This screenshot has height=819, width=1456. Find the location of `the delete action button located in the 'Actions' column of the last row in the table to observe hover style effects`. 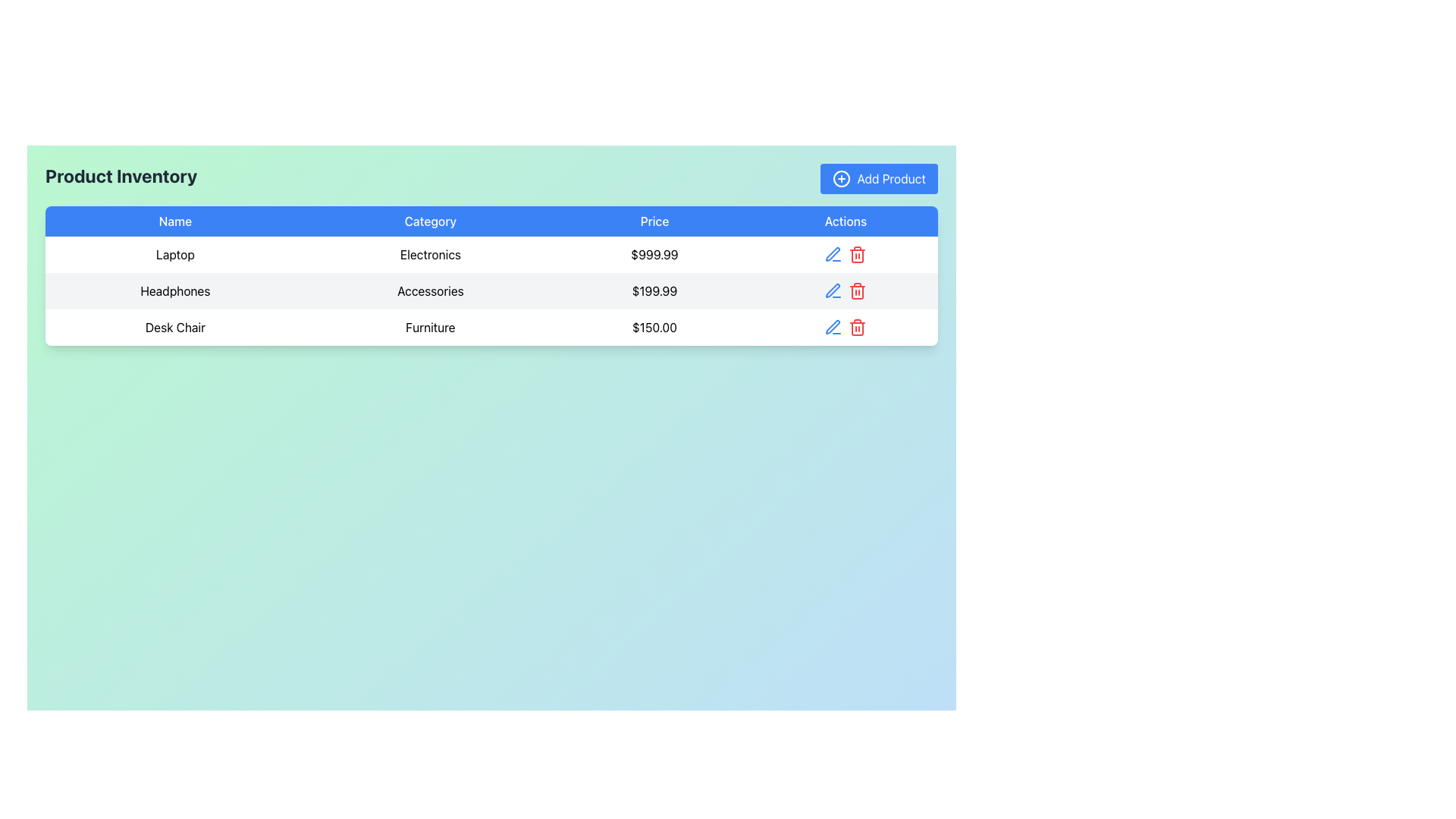

the delete action button located in the 'Actions' column of the last row in the table to observe hover style effects is located at coordinates (858, 327).